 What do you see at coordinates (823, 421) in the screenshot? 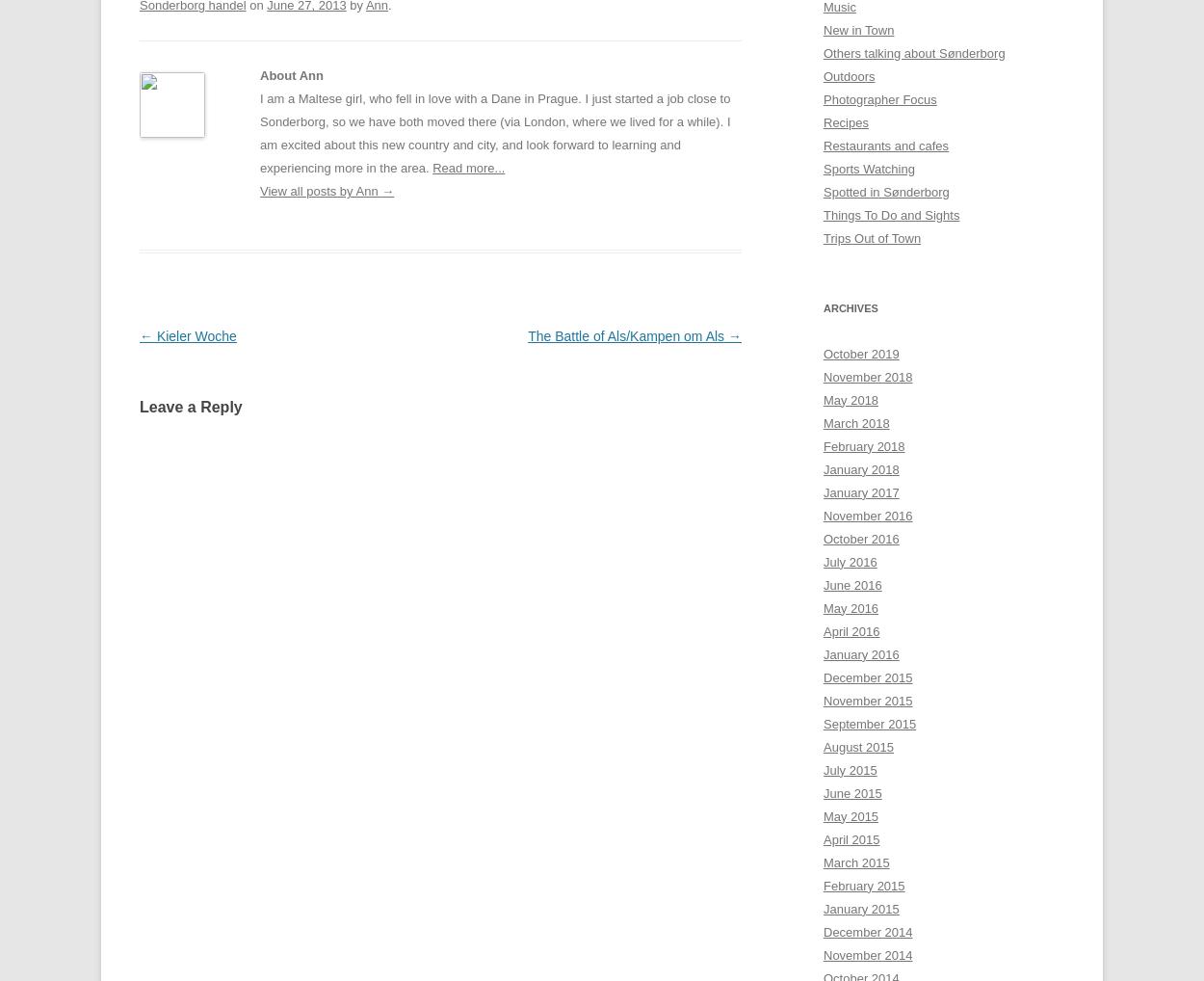
I see `'March 2018'` at bounding box center [823, 421].